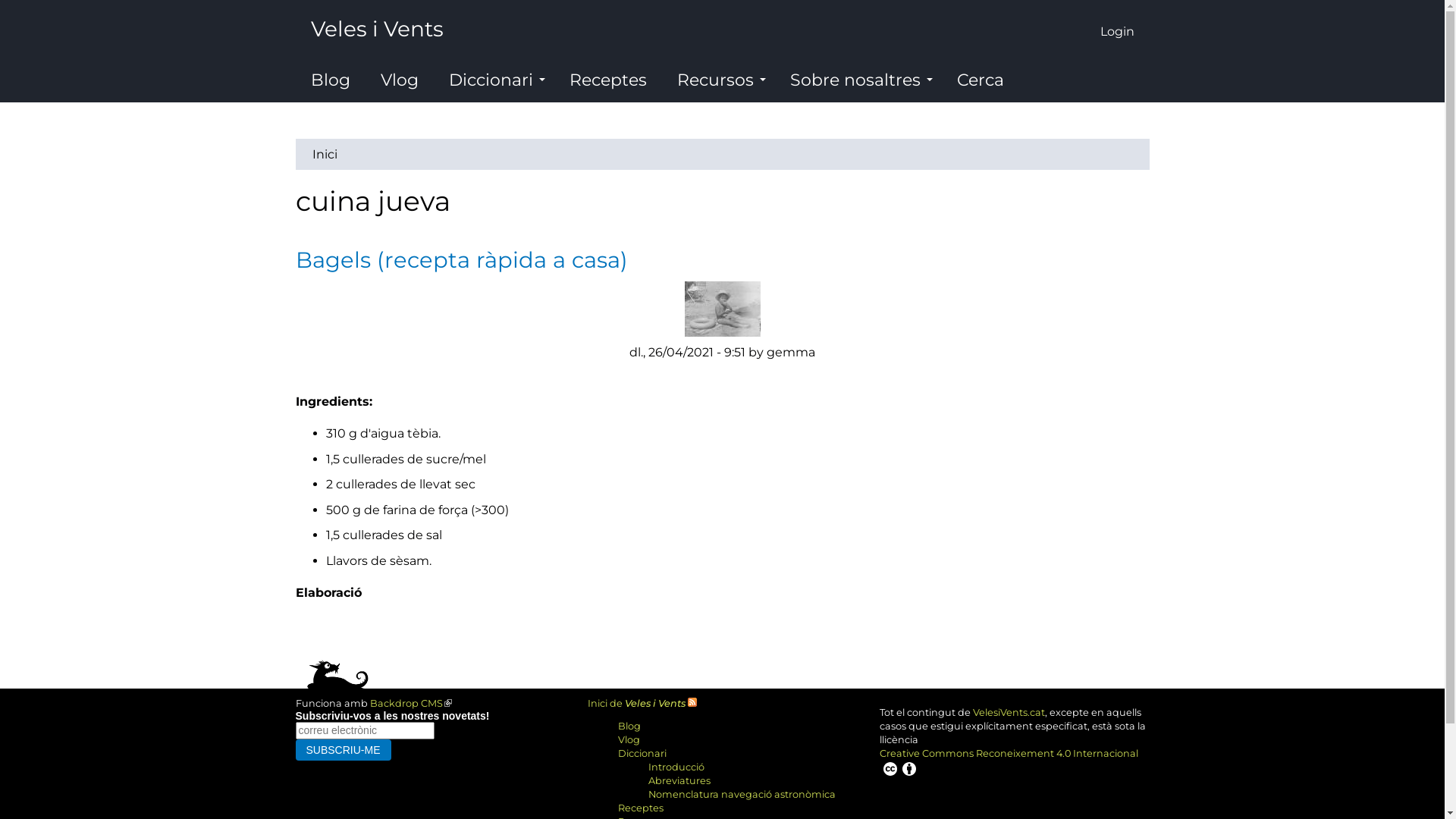  Describe the element at coordinates (629, 739) in the screenshot. I see `'Vlog'` at that location.